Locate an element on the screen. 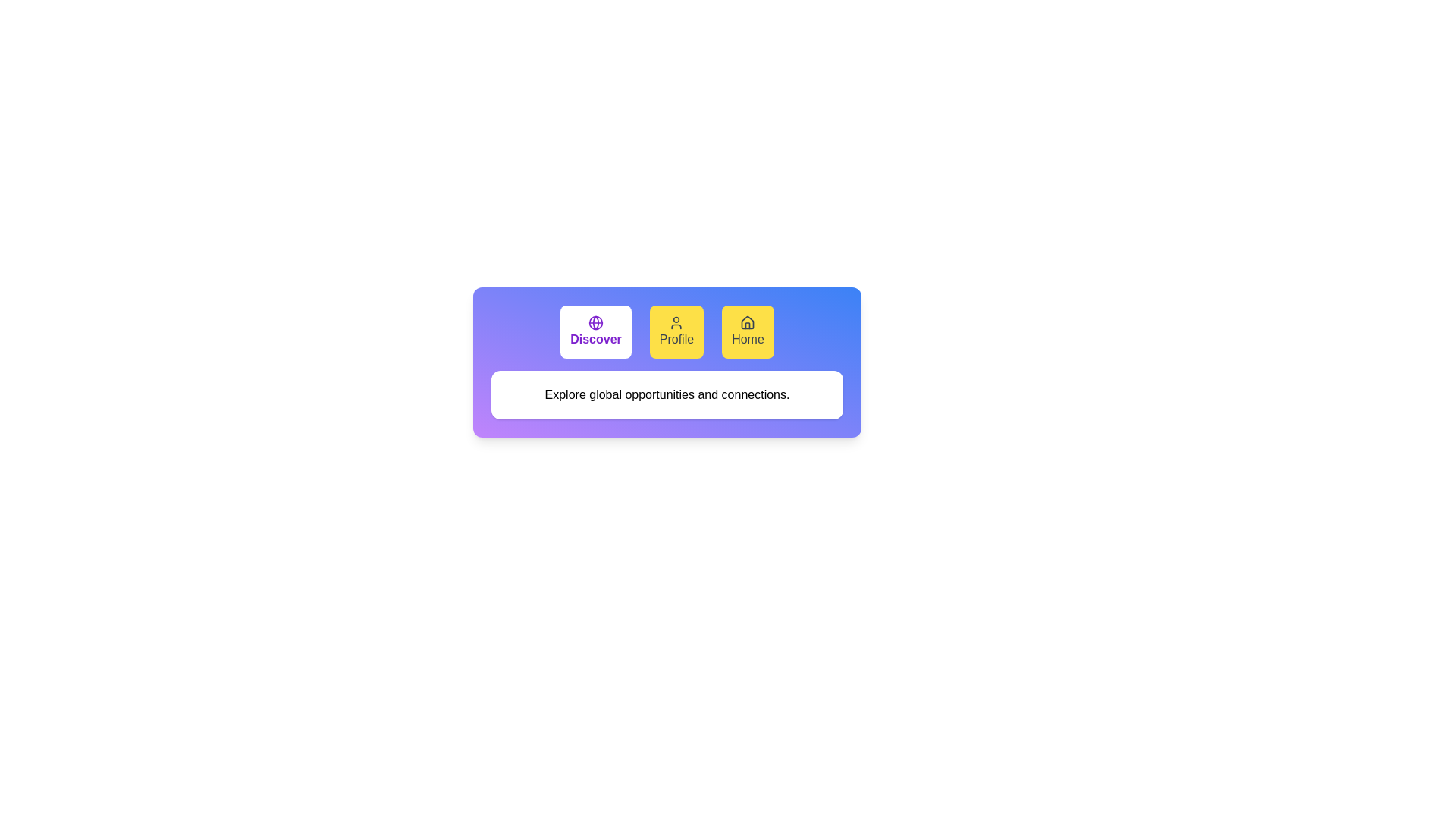 Image resolution: width=1456 pixels, height=819 pixels. the 'Profile' button represented by the yellow square icon is located at coordinates (676, 322).